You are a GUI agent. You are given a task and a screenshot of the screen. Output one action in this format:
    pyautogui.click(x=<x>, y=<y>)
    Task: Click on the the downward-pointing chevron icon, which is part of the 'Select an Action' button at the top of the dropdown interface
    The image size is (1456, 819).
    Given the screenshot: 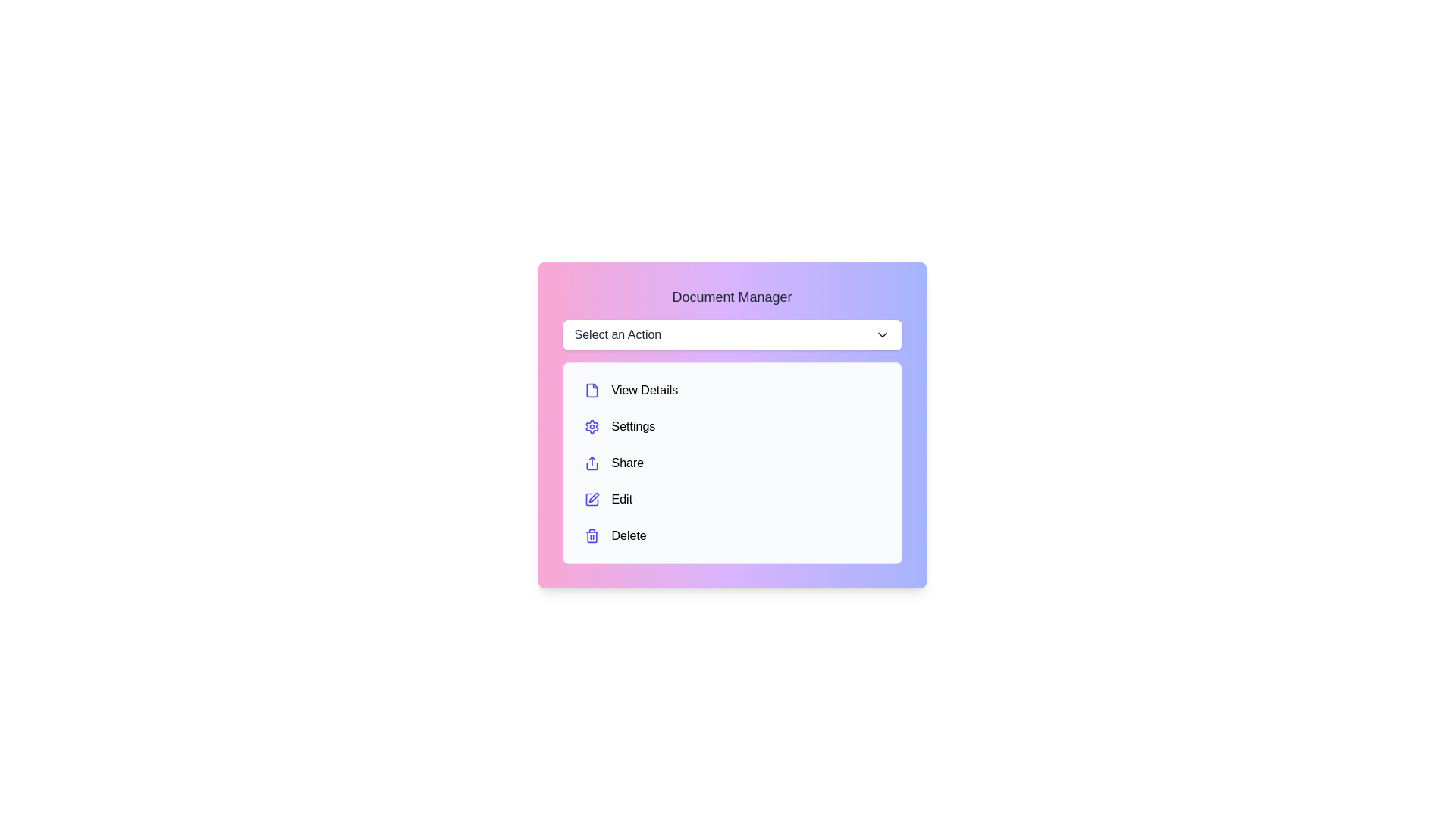 What is the action you would take?
    pyautogui.click(x=882, y=334)
    